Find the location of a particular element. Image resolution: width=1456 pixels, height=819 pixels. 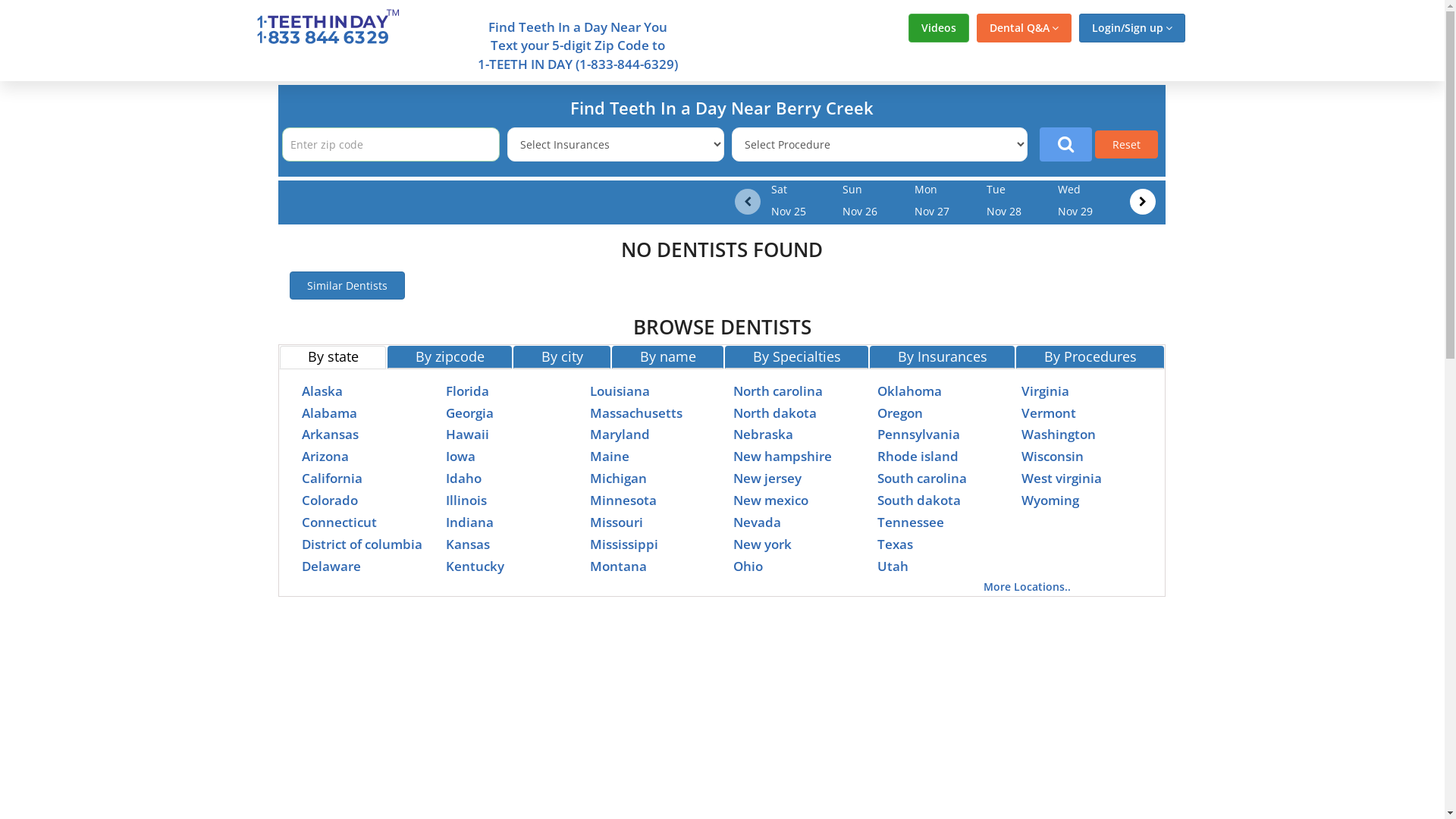

'By Specialties' is located at coordinates (723, 356).